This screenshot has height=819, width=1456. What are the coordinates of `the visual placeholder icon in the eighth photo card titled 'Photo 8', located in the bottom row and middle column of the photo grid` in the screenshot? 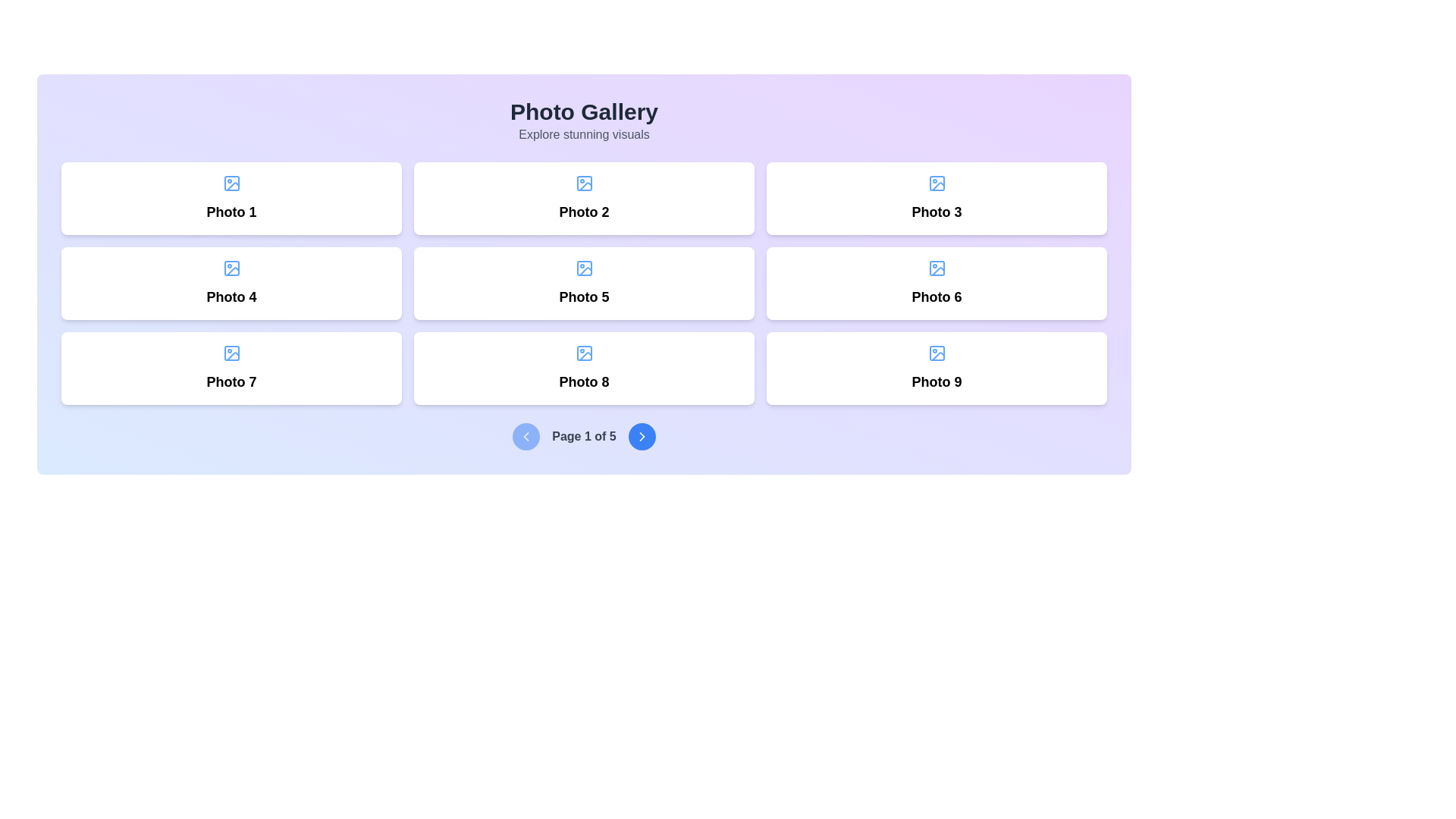 It's located at (583, 353).